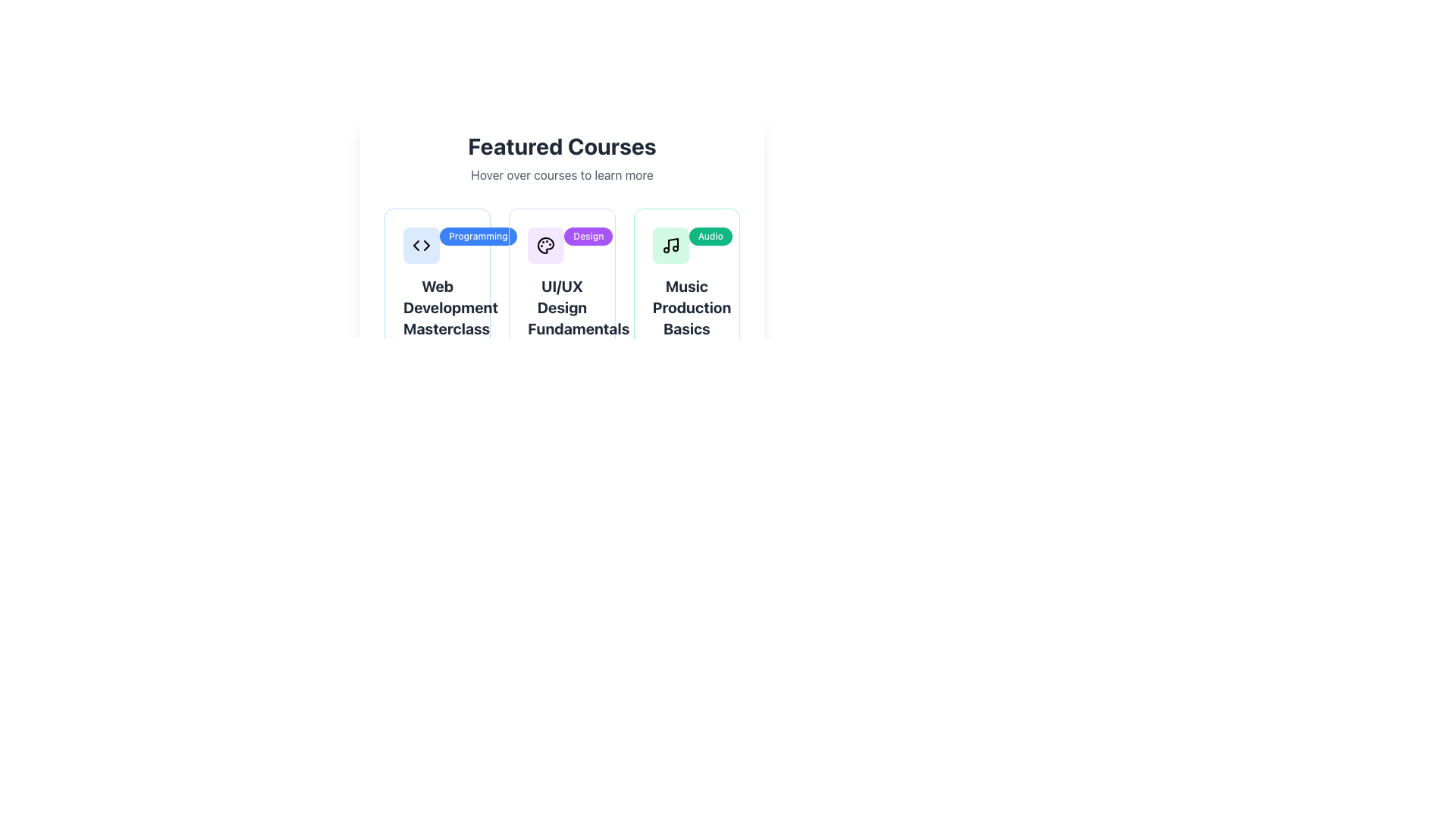  Describe the element at coordinates (670, 245) in the screenshot. I see `the 'Audio' icon in the 'Music Production Basics' section for accessibility purposes` at that location.